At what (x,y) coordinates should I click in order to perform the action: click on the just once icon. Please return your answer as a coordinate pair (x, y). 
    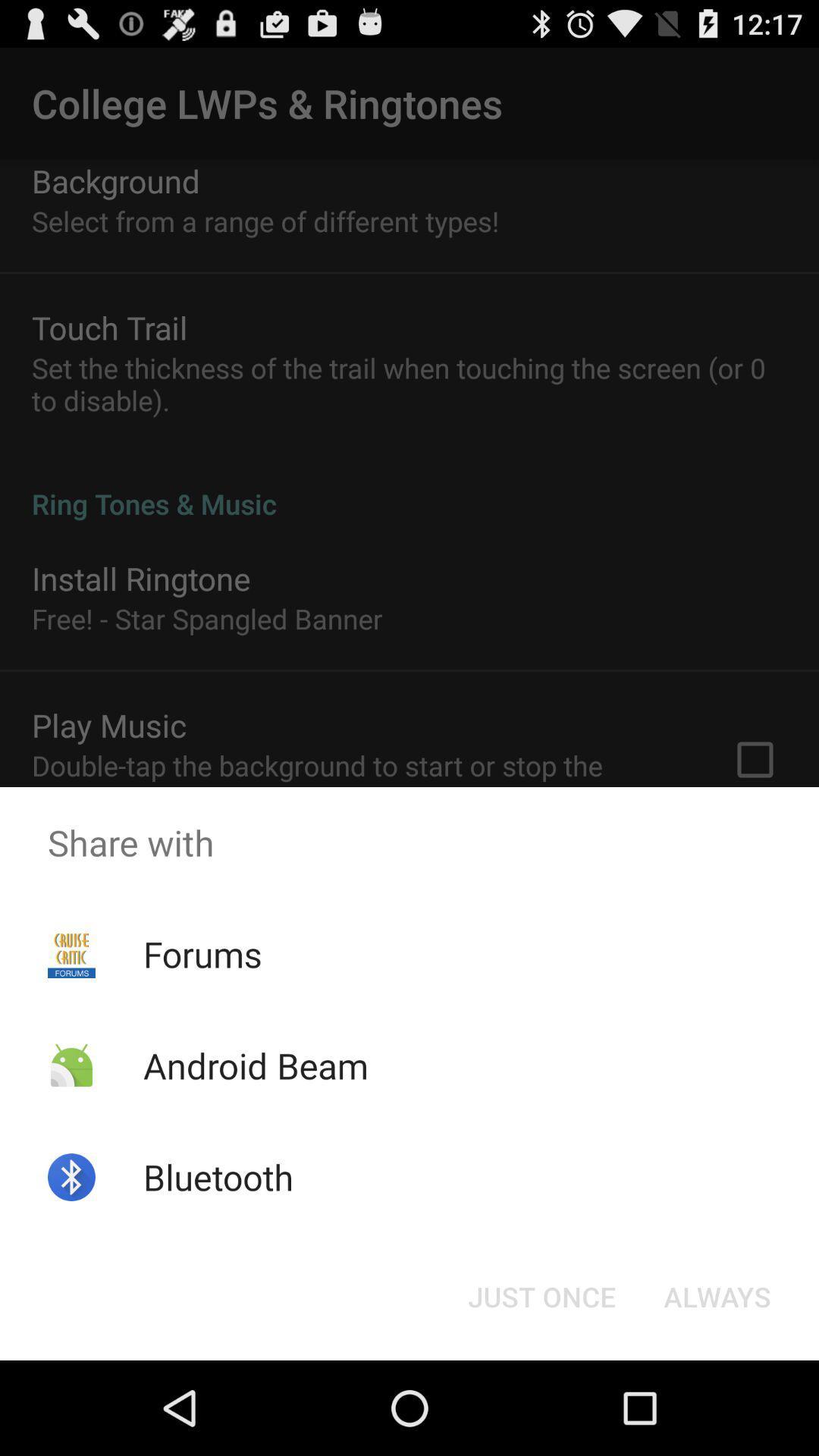
    Looking at the image, I should click on (541, 1295).